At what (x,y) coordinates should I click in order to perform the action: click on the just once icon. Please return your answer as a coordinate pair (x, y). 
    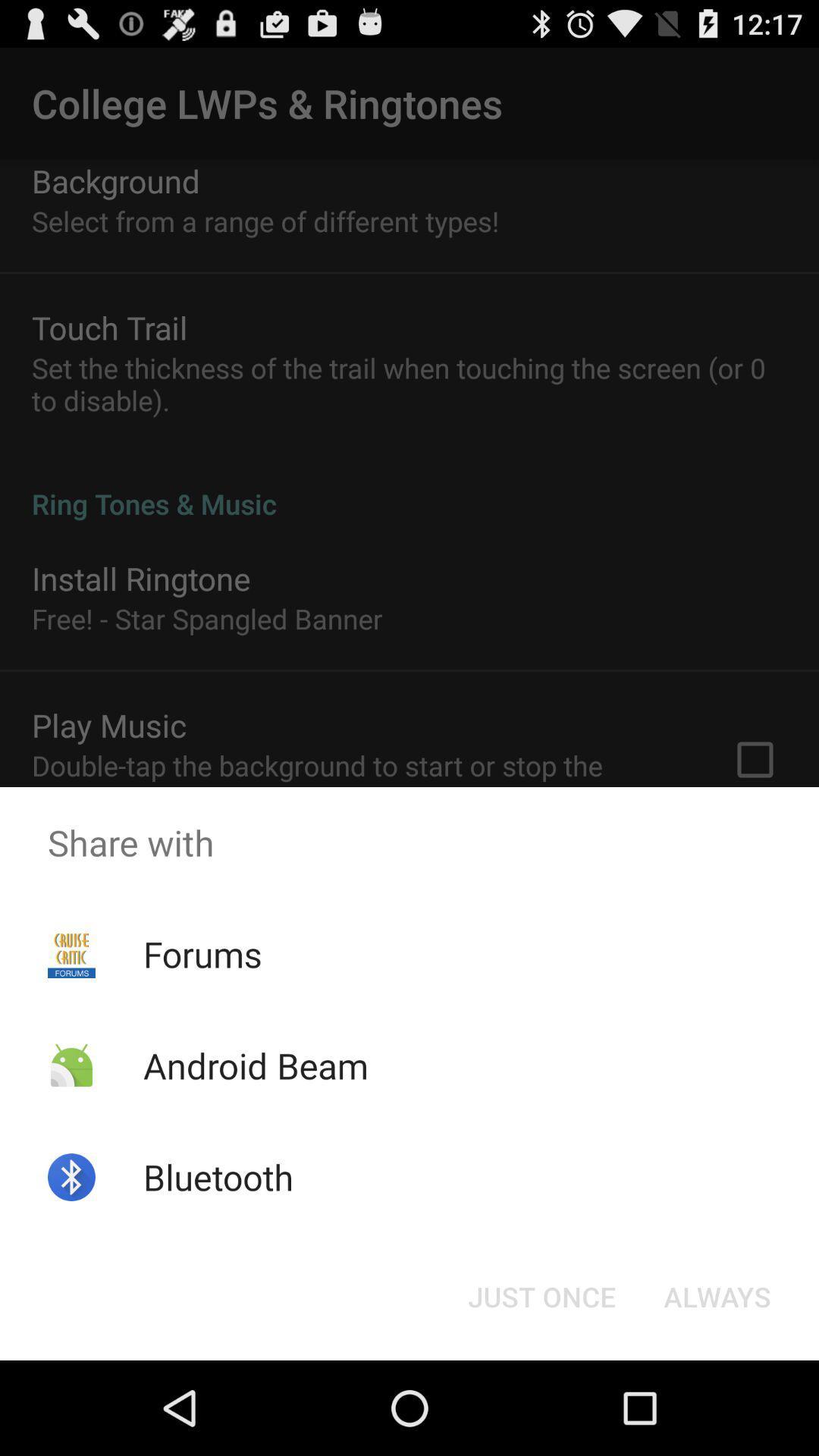
    Looking at the image, I should click on (541, 1295).